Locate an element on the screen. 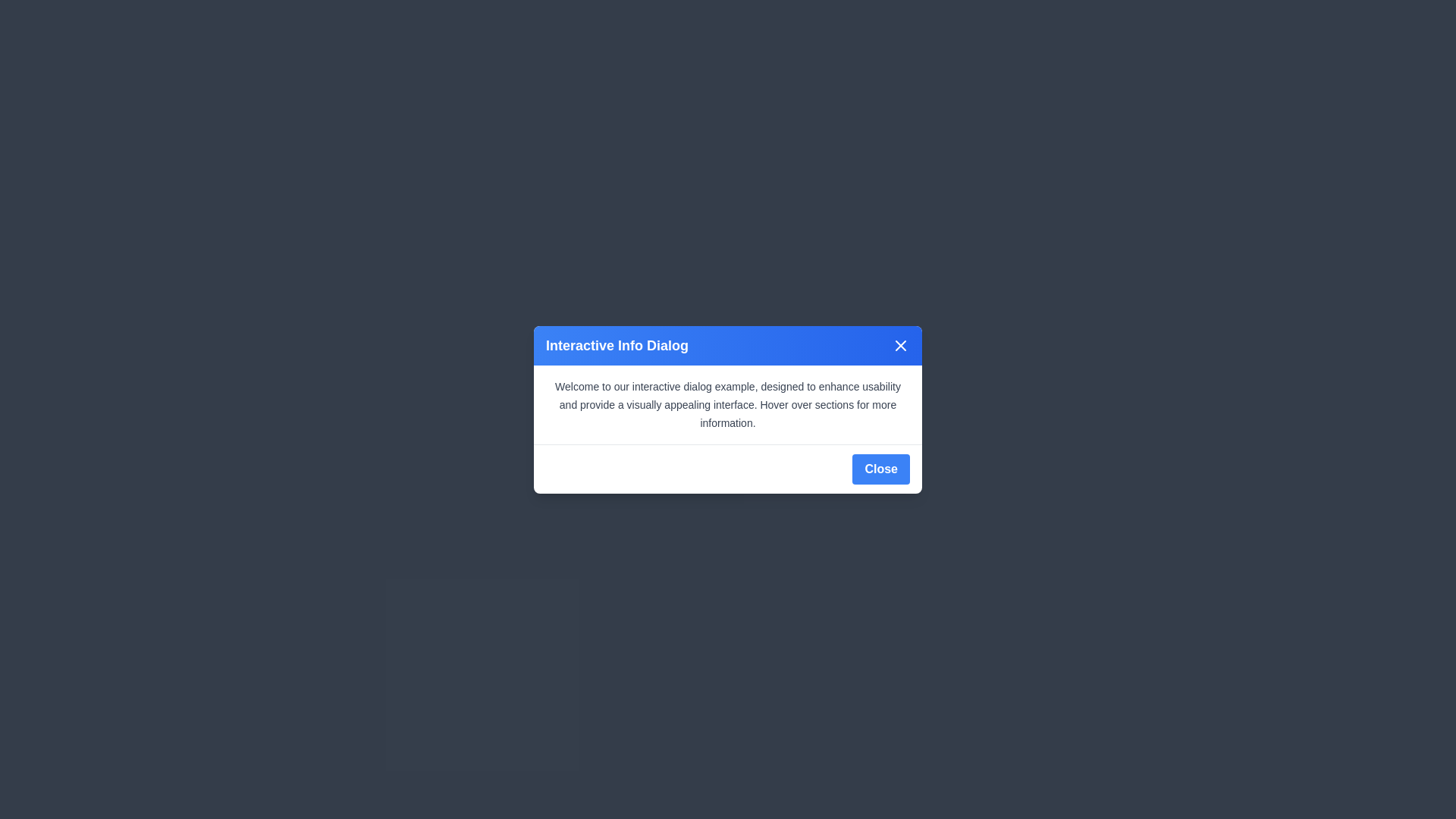  the 'Close' button in the footer of the dialog is located at coordinates (880, 467).